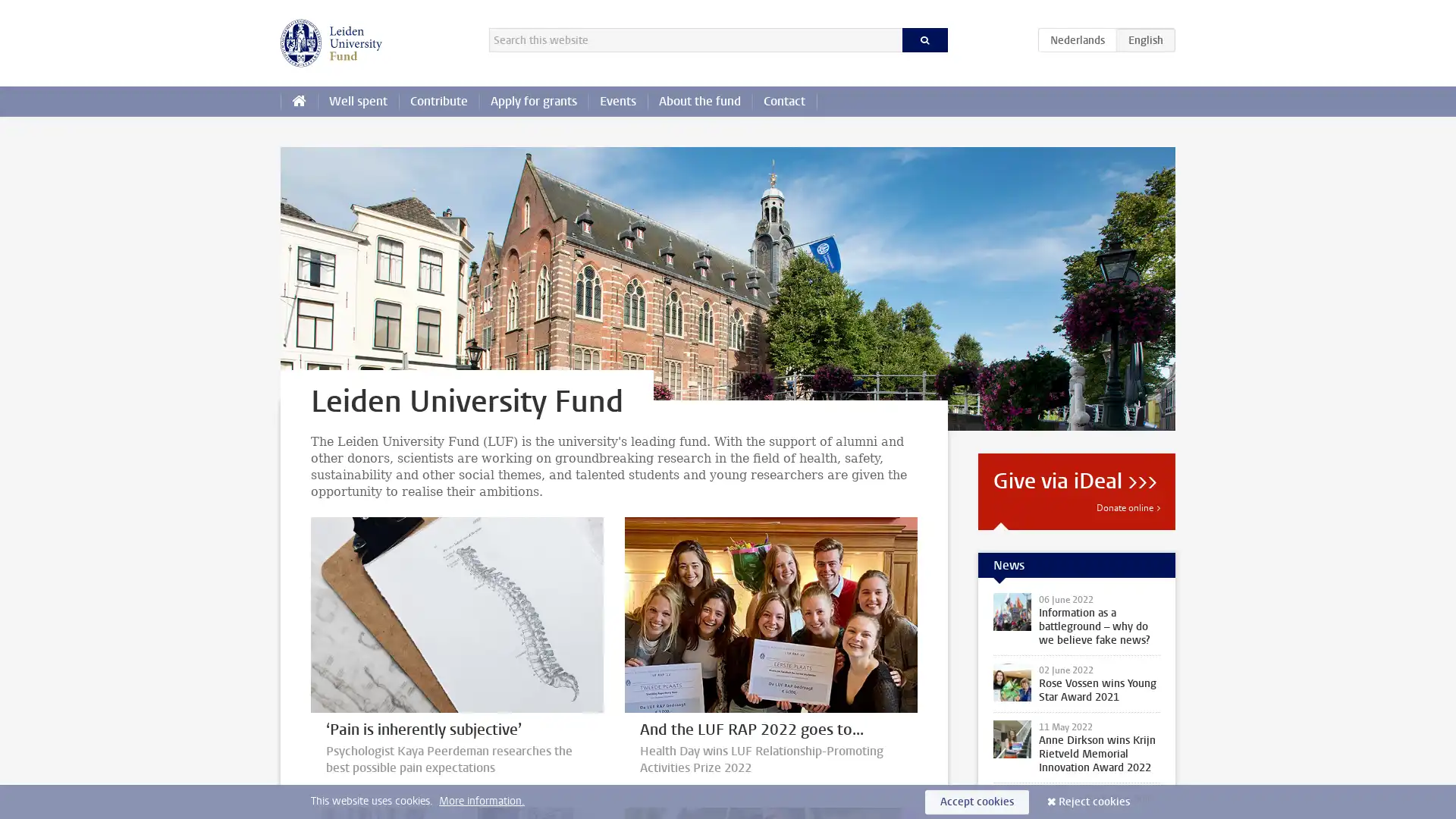 The width and height of the screenshot is (1456, 819). What do you see at coordinates (977, 801) in the screenshot?
I see `Accept cookies` at bounding box center [977, 801].